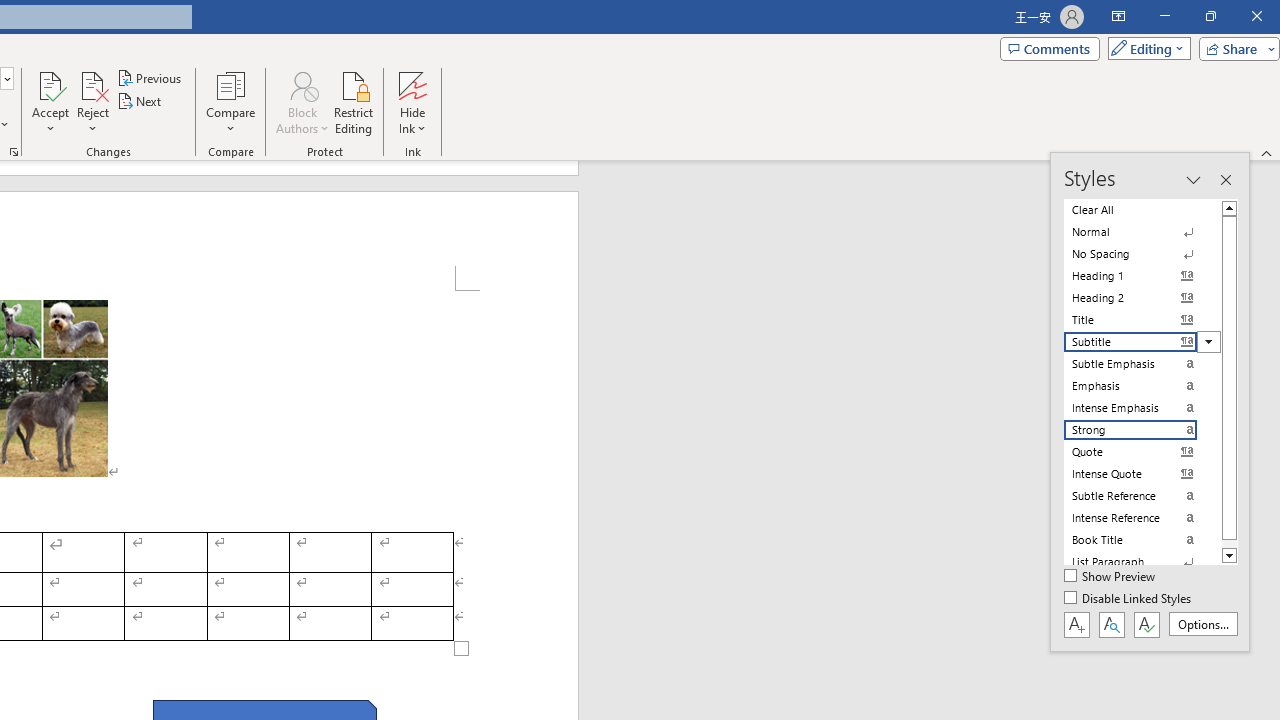  I want to click on 'Emphasis', so click(1142, 385).